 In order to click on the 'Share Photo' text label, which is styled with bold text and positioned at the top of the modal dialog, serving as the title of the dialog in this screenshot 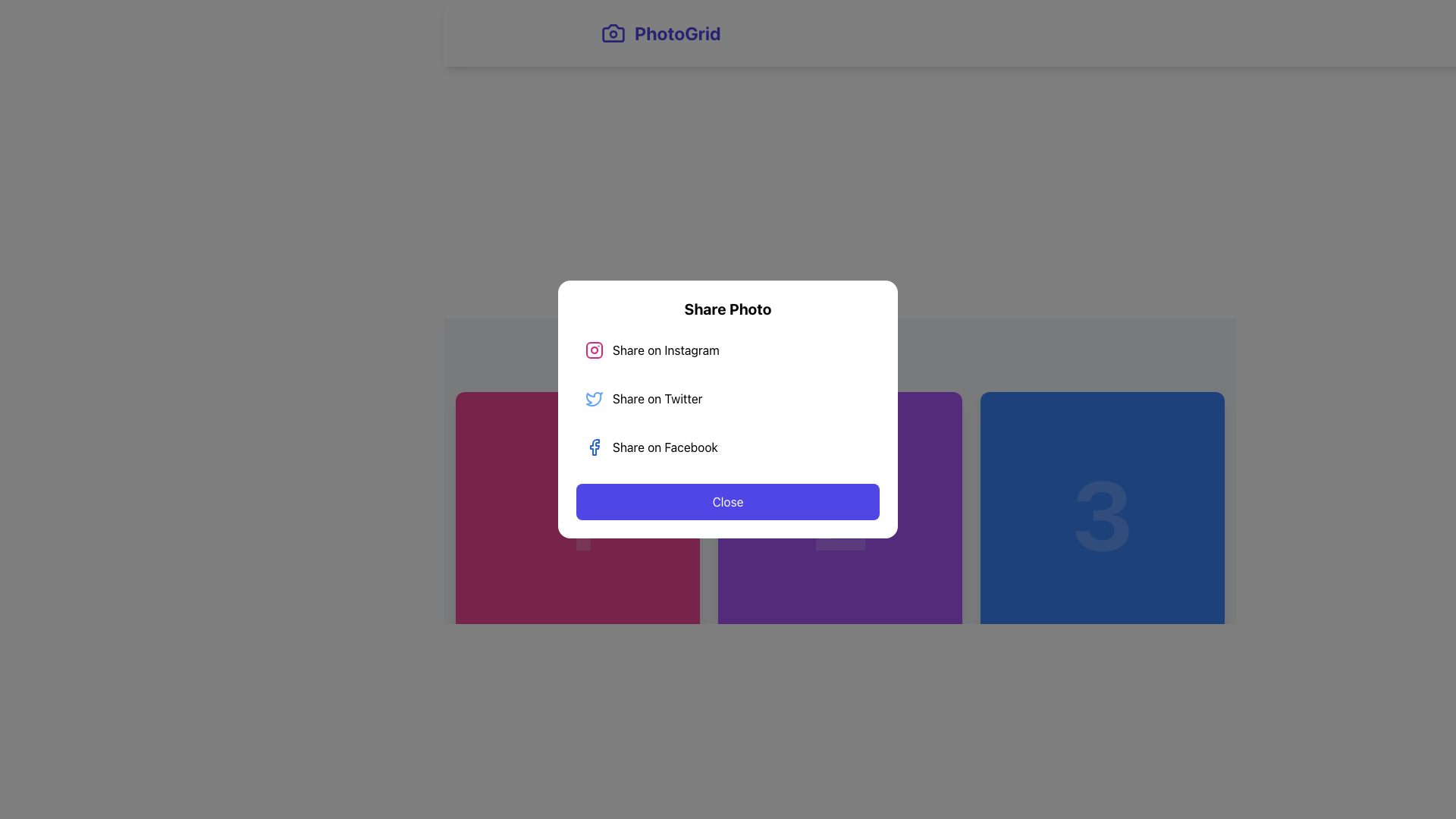, I will do `click(728, 309)`.